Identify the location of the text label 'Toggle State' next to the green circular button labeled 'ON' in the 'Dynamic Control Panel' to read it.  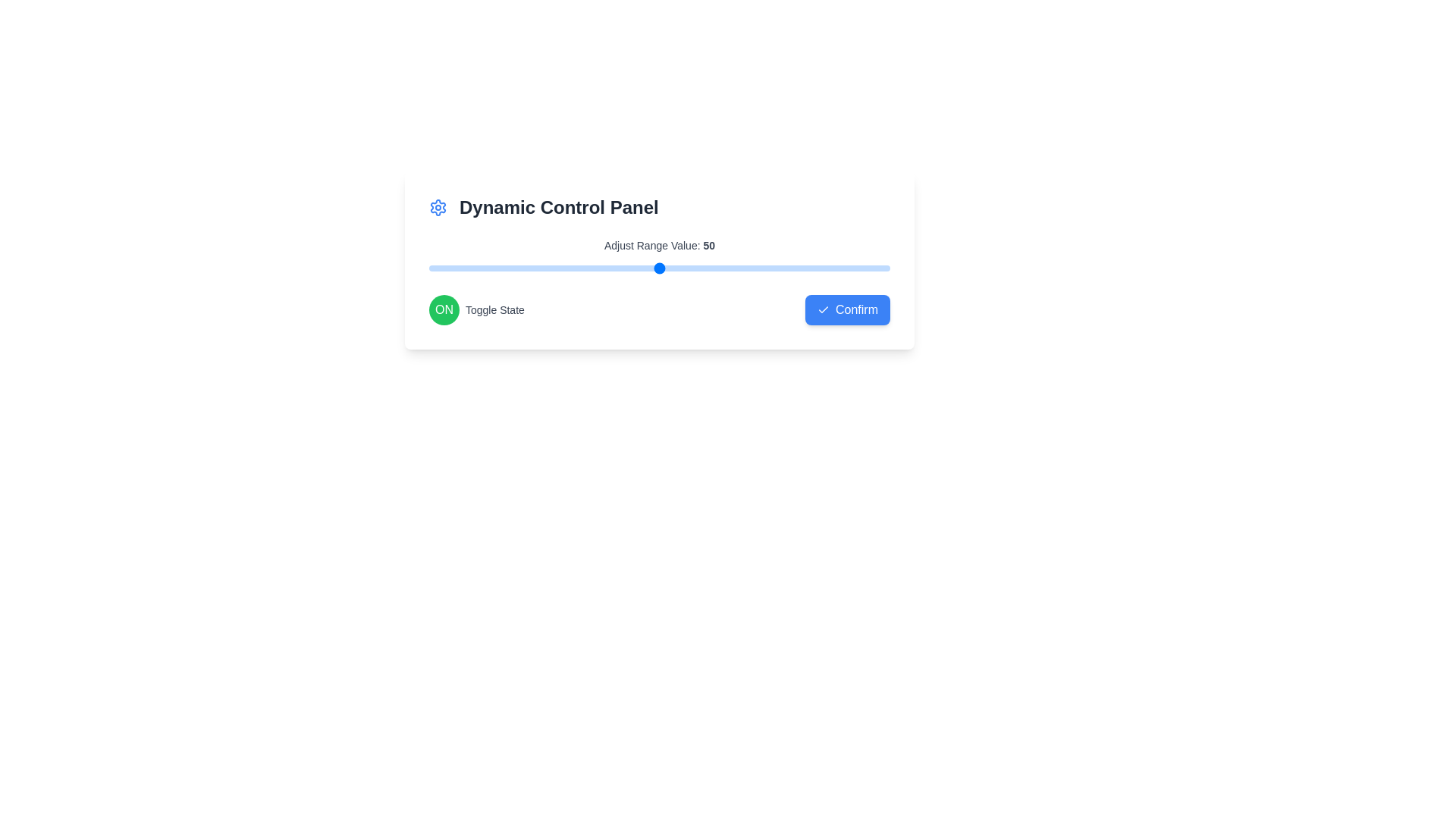
(475, 309).